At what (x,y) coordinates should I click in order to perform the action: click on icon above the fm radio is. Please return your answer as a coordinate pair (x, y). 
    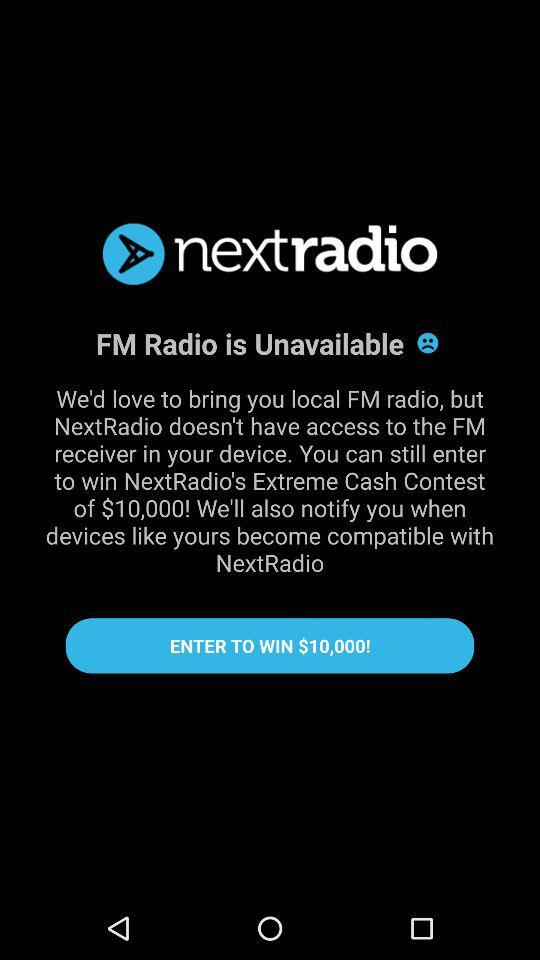
    Looking at the image, I should click on (270, 253).